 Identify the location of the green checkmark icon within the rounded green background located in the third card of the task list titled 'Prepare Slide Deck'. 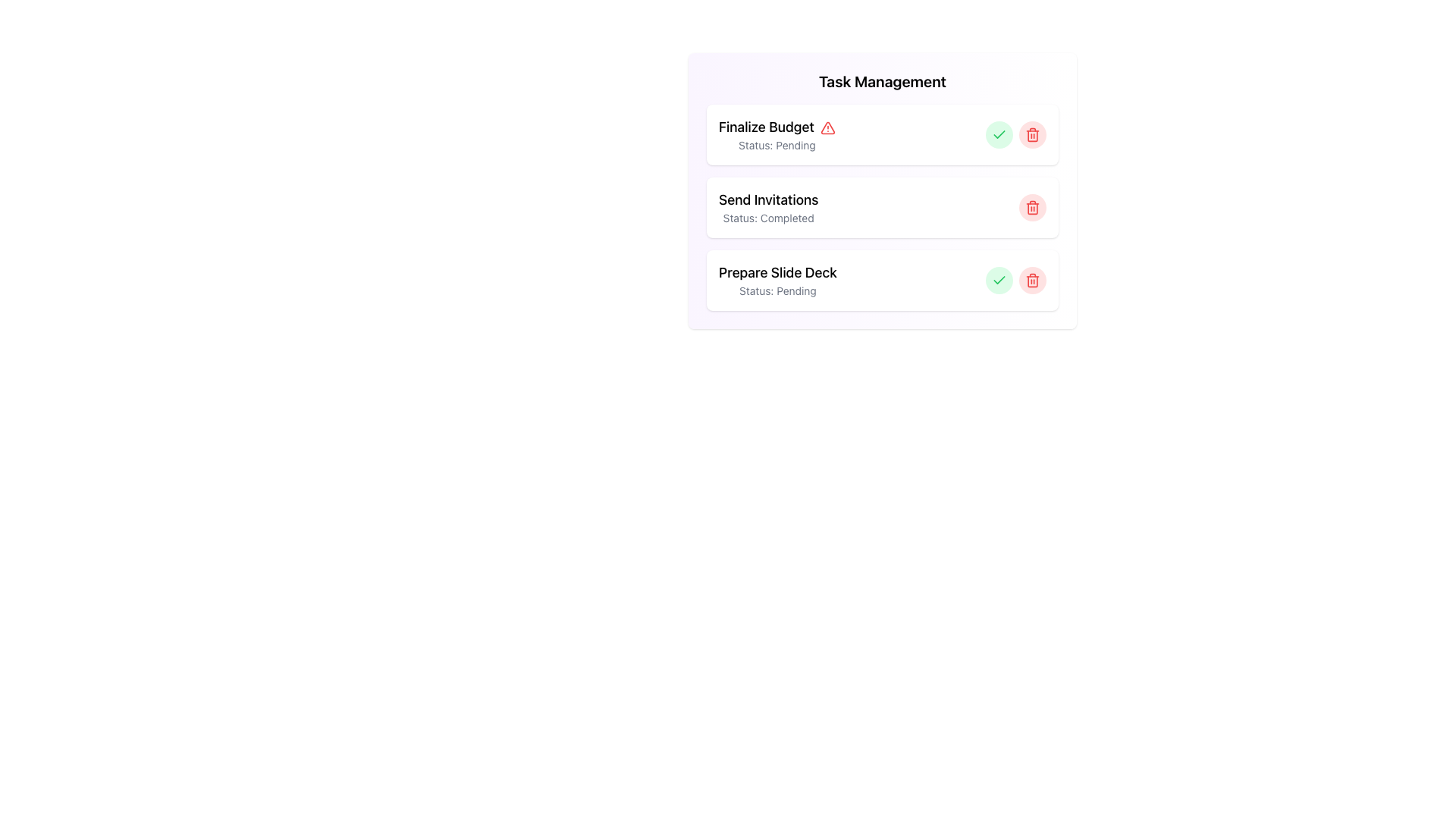
(999, 133).